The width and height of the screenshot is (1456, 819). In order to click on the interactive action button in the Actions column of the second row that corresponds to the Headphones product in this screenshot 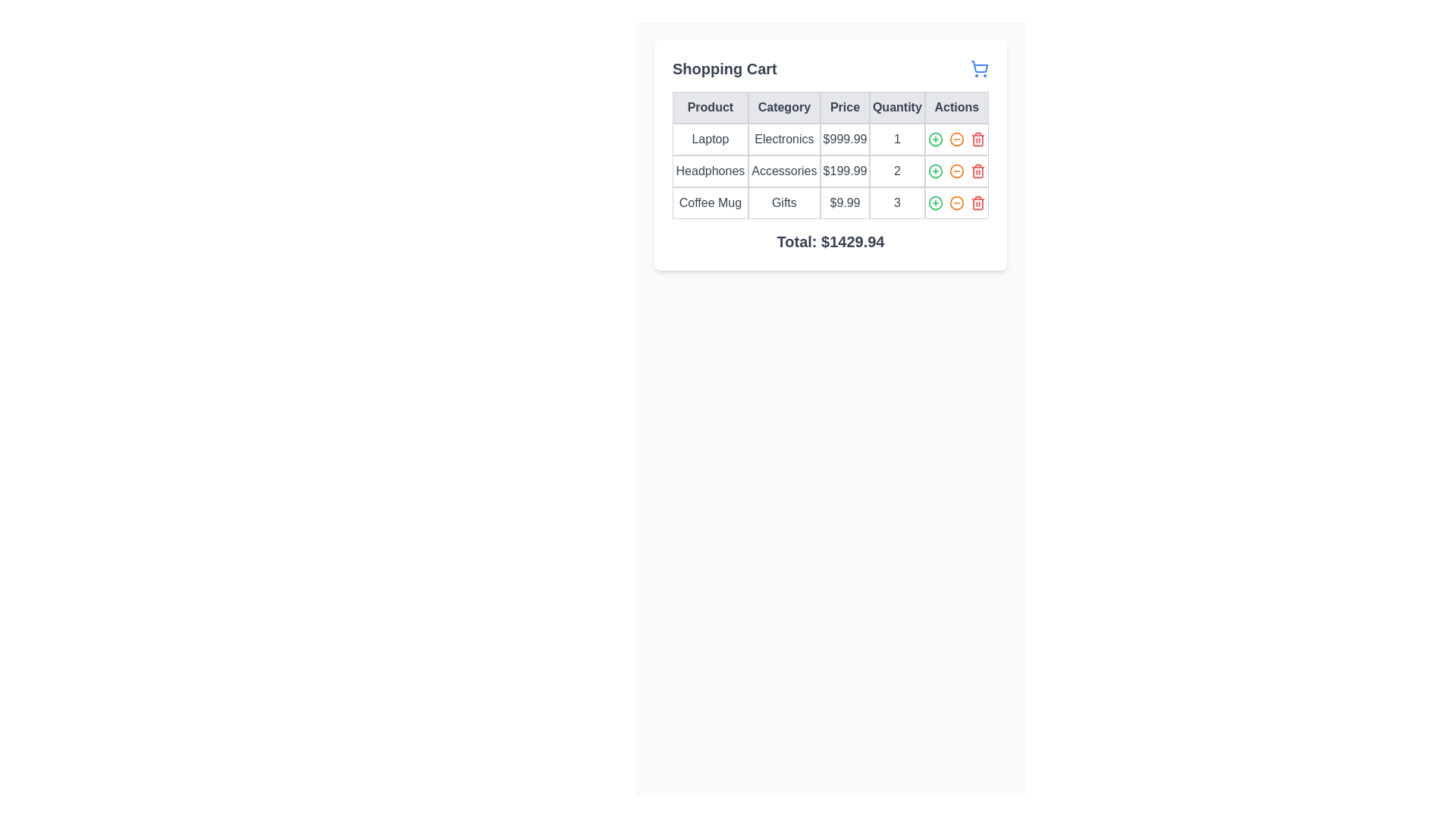, I will do `click(955, 171)`.